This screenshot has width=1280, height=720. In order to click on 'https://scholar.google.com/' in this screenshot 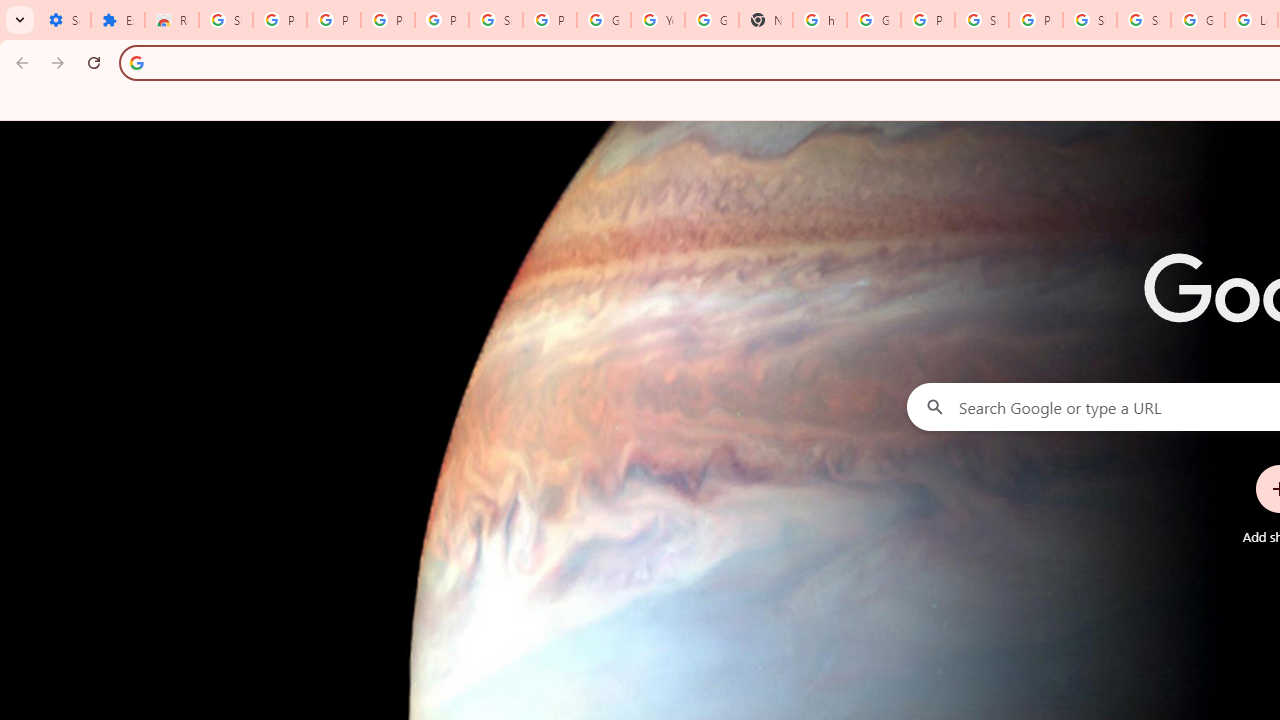, I will do `click(819, 20)`.